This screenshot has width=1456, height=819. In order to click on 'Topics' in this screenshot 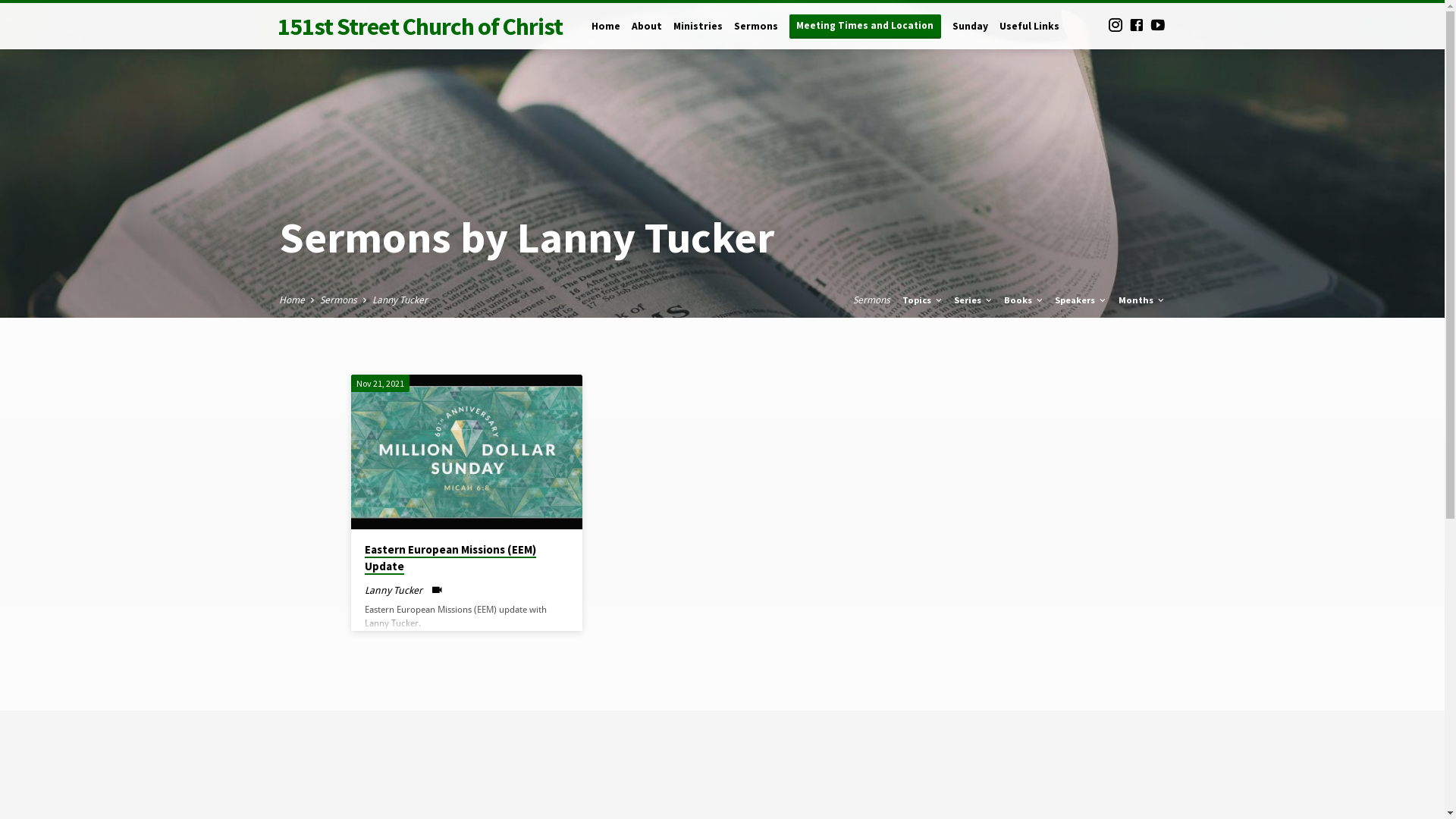, I will do `click(922, 300)`.